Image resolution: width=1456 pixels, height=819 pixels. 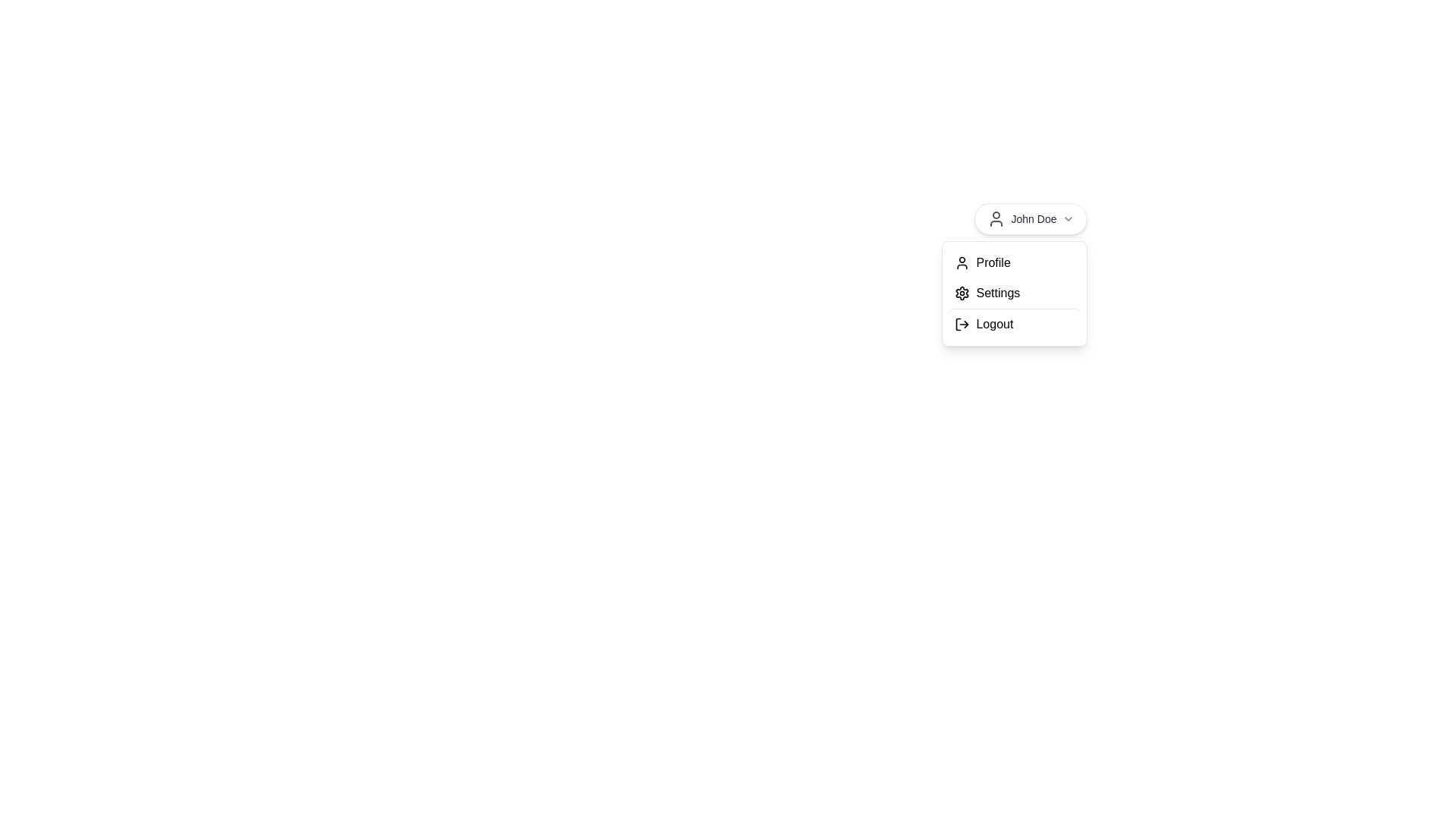 I want to click on the logout button located at the bottom of the dropdown menu, positioned directly below the 'Settings' option, to log out from the application, so click(x=1015, y=323).